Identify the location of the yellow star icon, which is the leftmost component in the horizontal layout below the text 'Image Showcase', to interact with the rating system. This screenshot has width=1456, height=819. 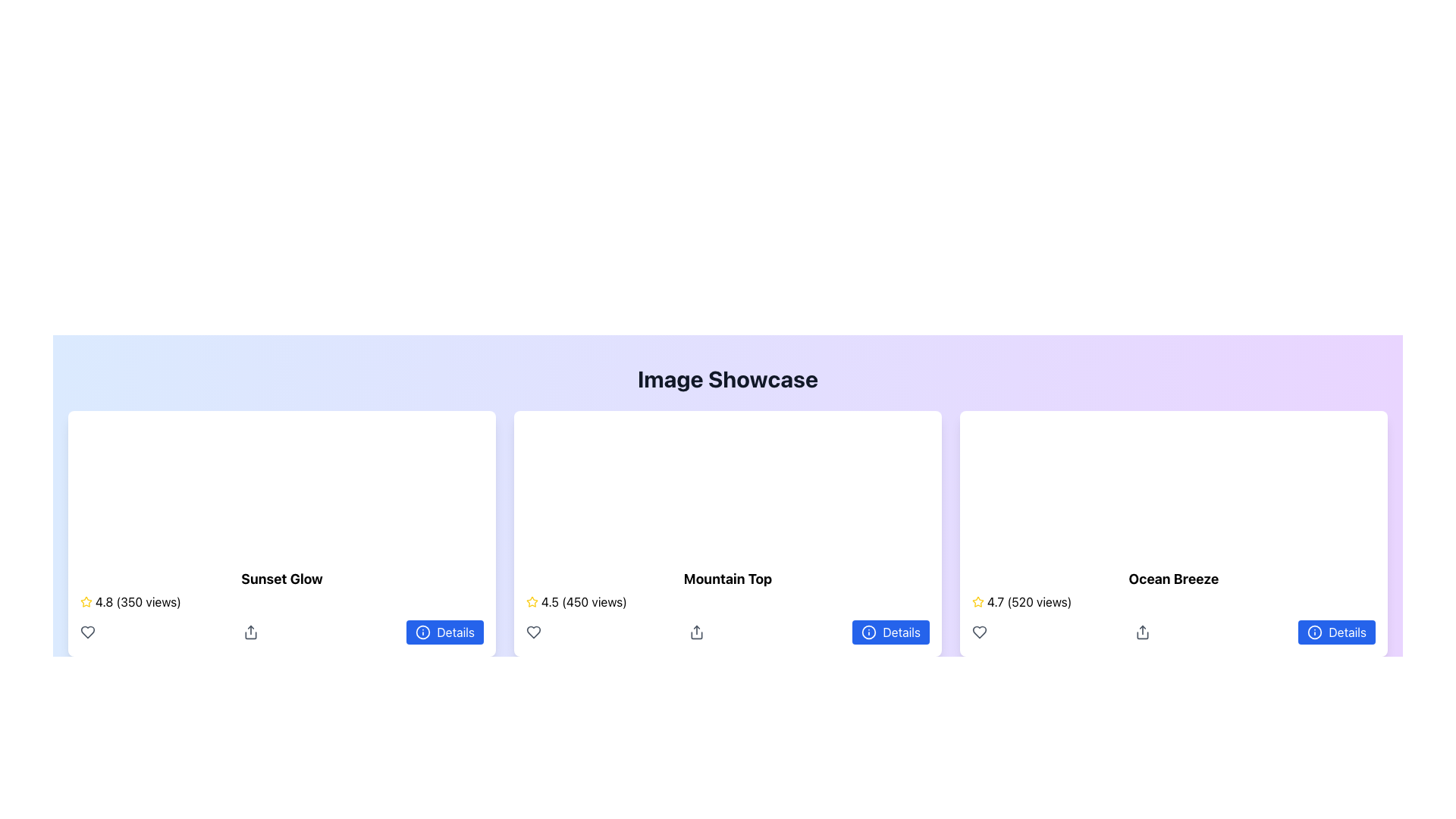
(86, 601).